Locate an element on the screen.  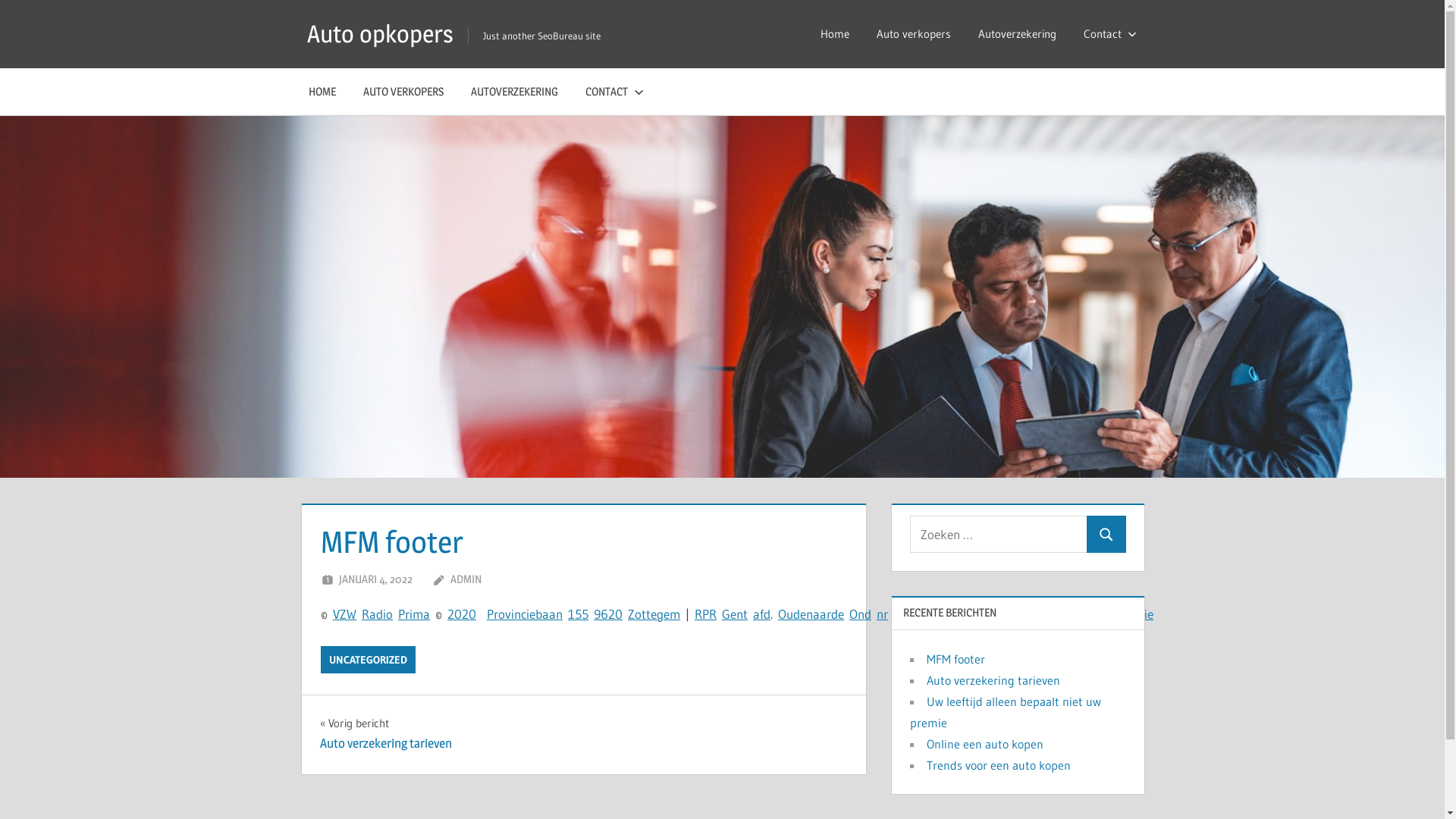
'Auto opkopers' is located at coordinates (380, 33).